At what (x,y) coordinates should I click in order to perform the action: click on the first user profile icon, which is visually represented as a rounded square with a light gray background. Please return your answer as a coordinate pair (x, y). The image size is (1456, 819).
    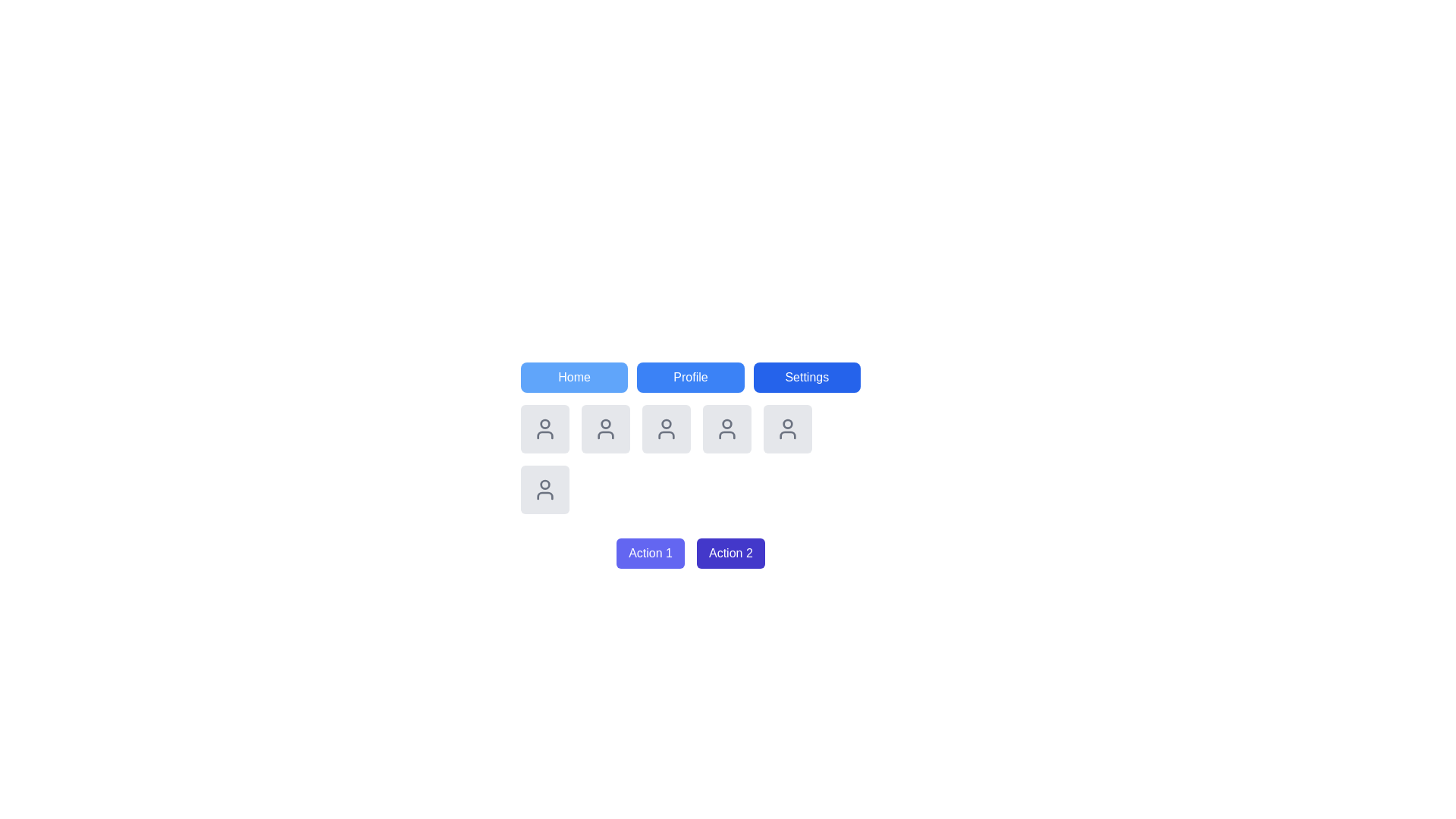
    Looking at the image, I should click on (545, 429).